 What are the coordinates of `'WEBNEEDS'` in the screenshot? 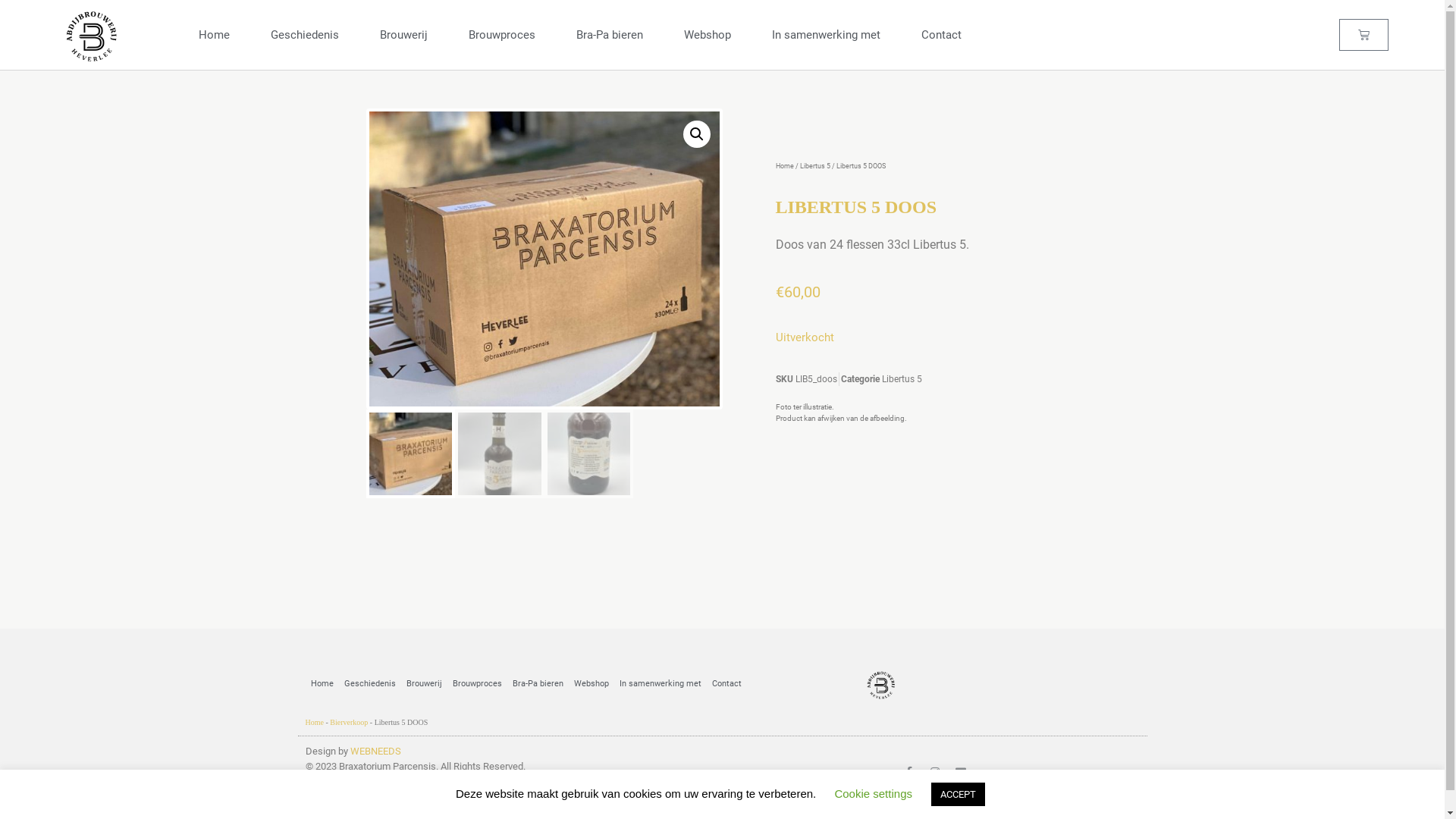 It's located at (375, 751).